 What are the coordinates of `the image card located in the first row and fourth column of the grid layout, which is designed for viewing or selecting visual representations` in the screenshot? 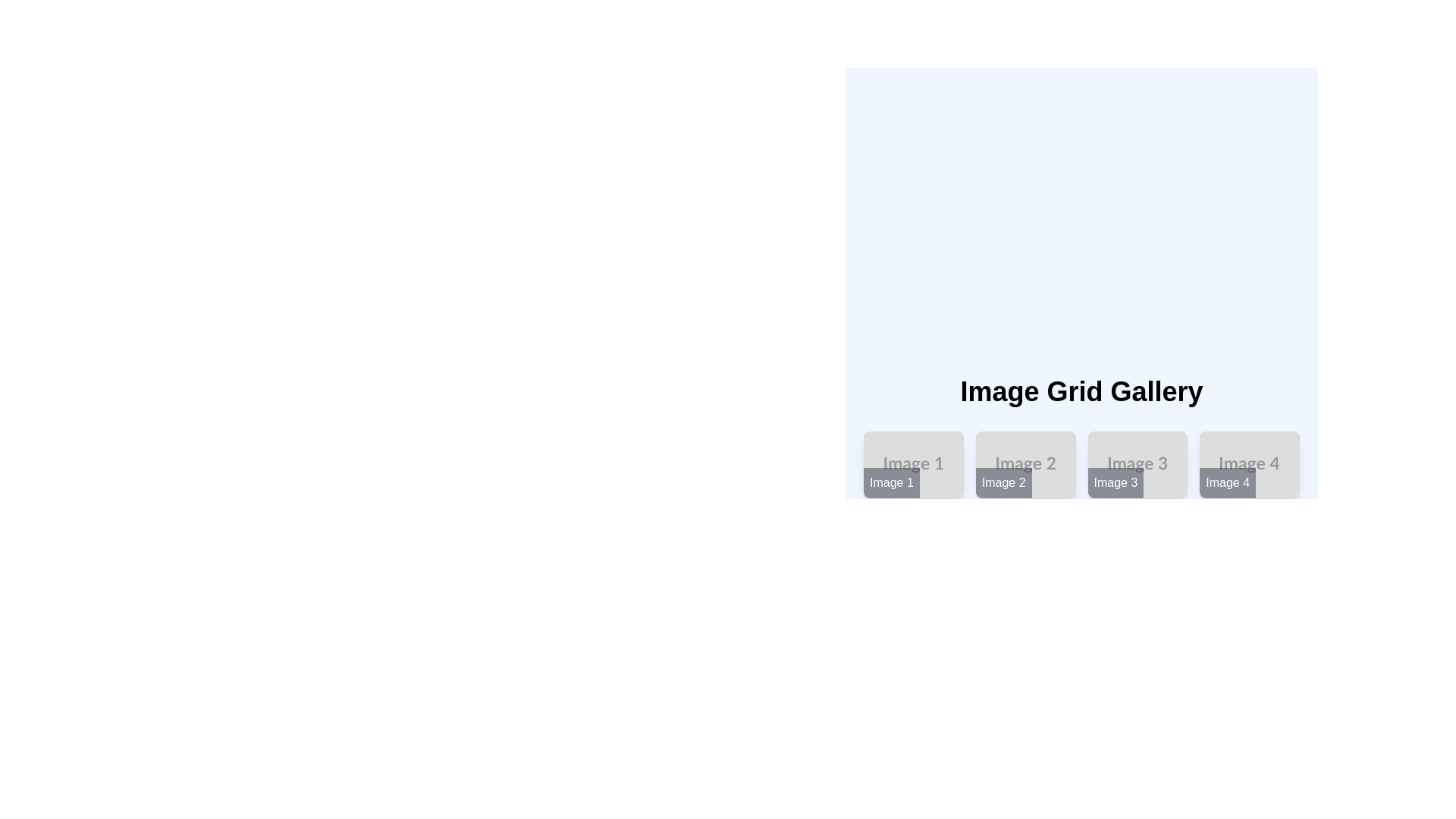 It's located at (1250, 464).